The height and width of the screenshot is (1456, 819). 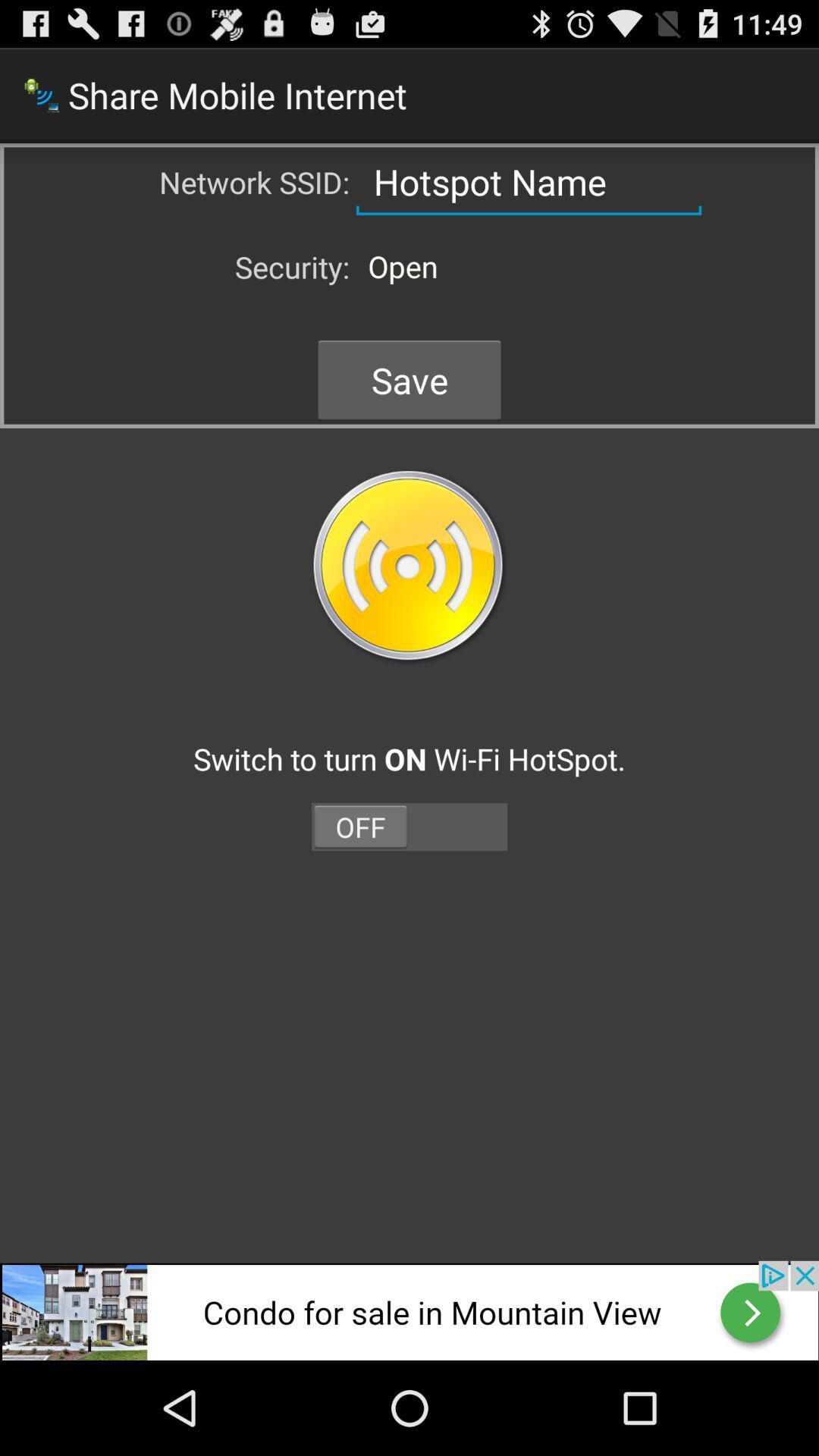 What do you see at coordinates (409, 1310) in the screenshot?
I see `open the advertisements` at bounding box center [409, 1310].